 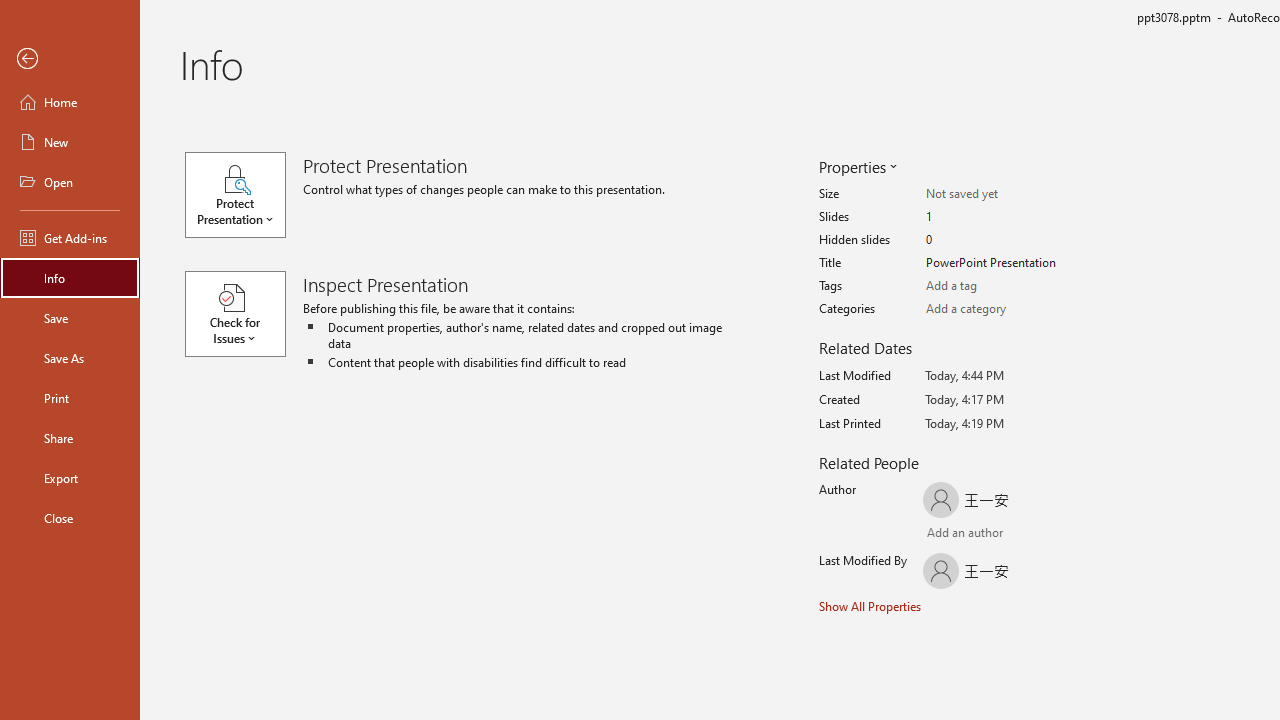 What do you see at coordinates (1004, 309) in the screenshot?
I see `'Categories'` at bounding box center [1004, 309].